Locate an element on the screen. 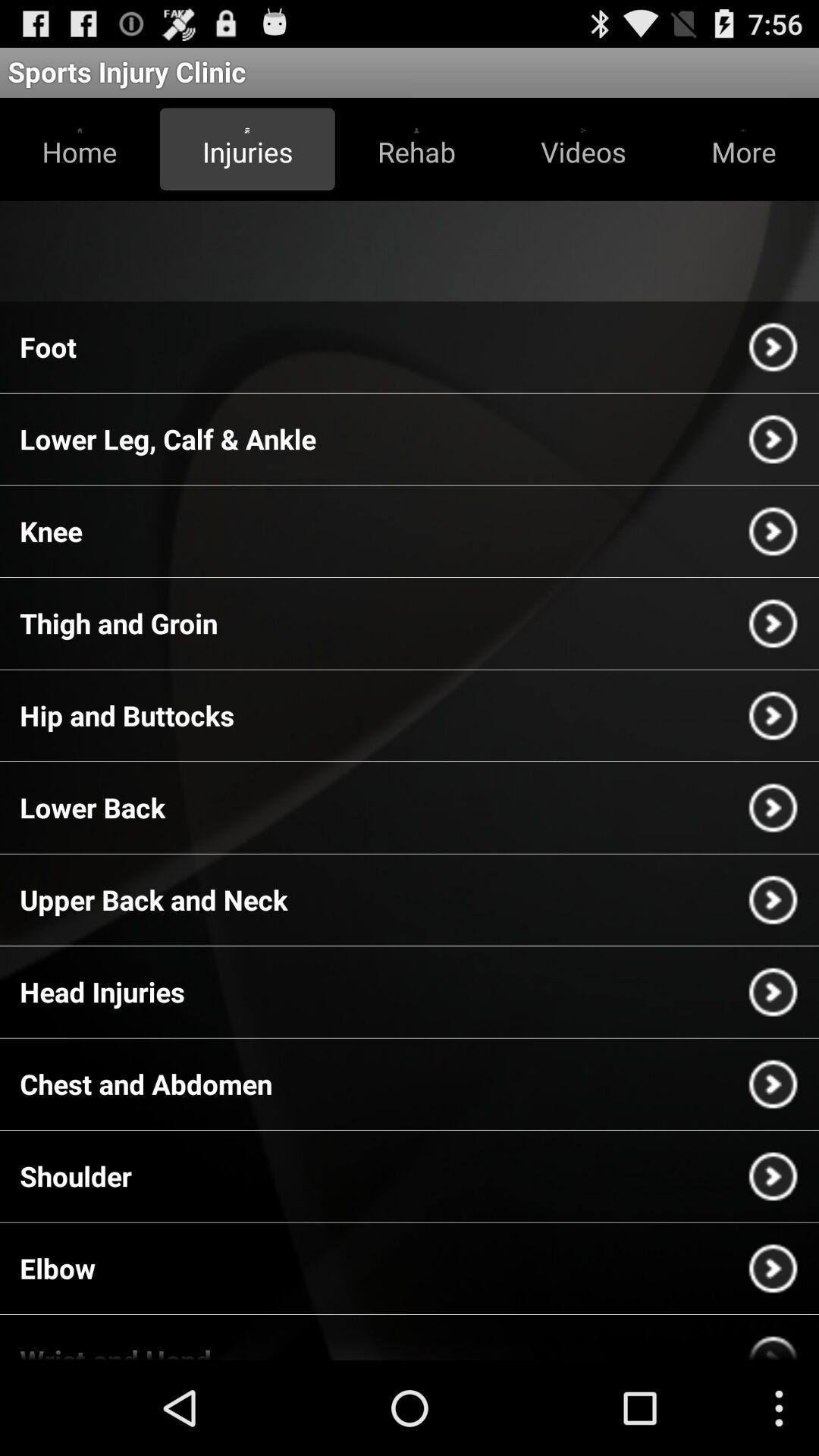  the item to the right of thigh and groin is located at coordinates (773, 623).